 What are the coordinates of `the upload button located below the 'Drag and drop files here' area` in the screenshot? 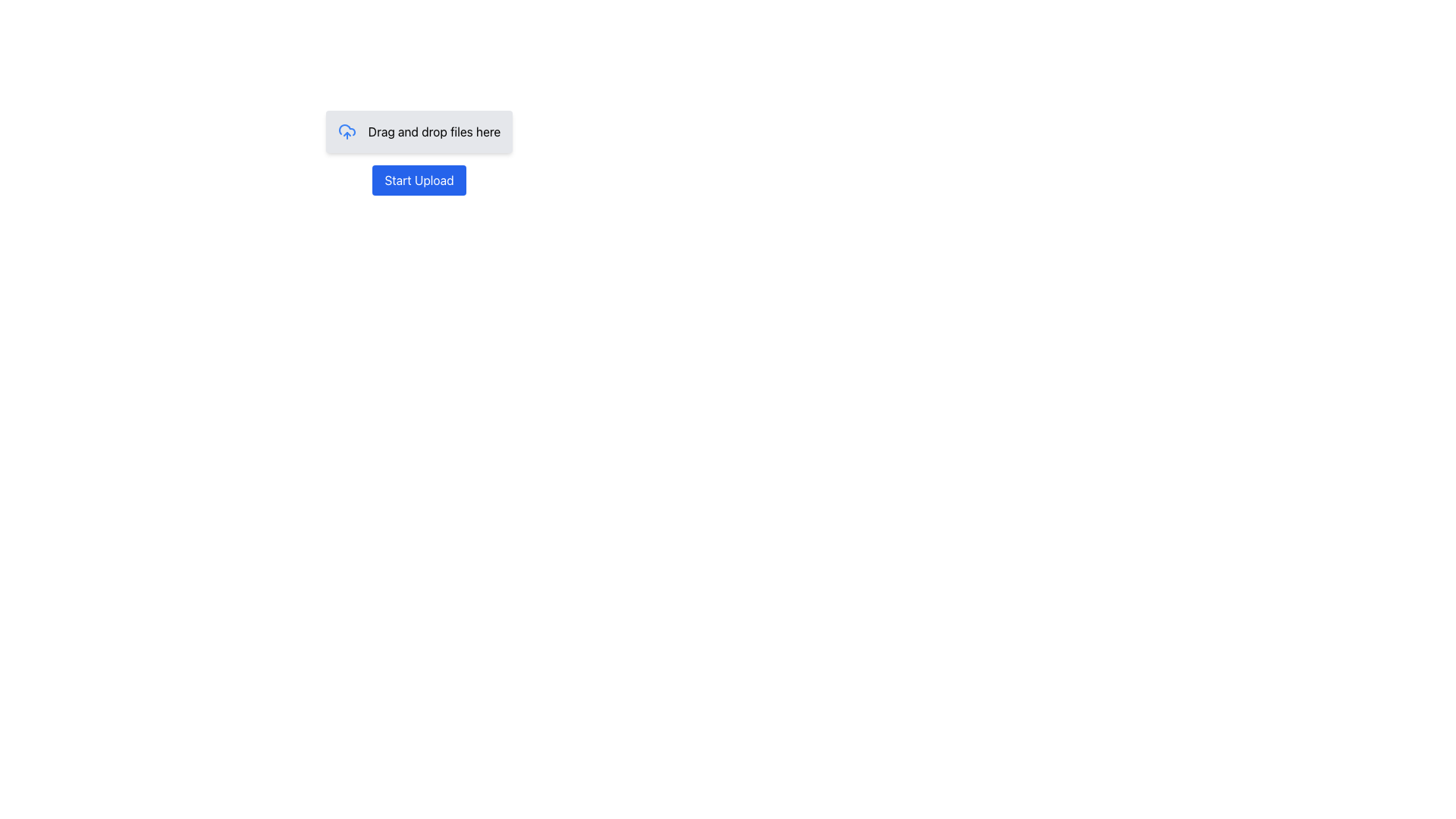 It's located at (419, 180).